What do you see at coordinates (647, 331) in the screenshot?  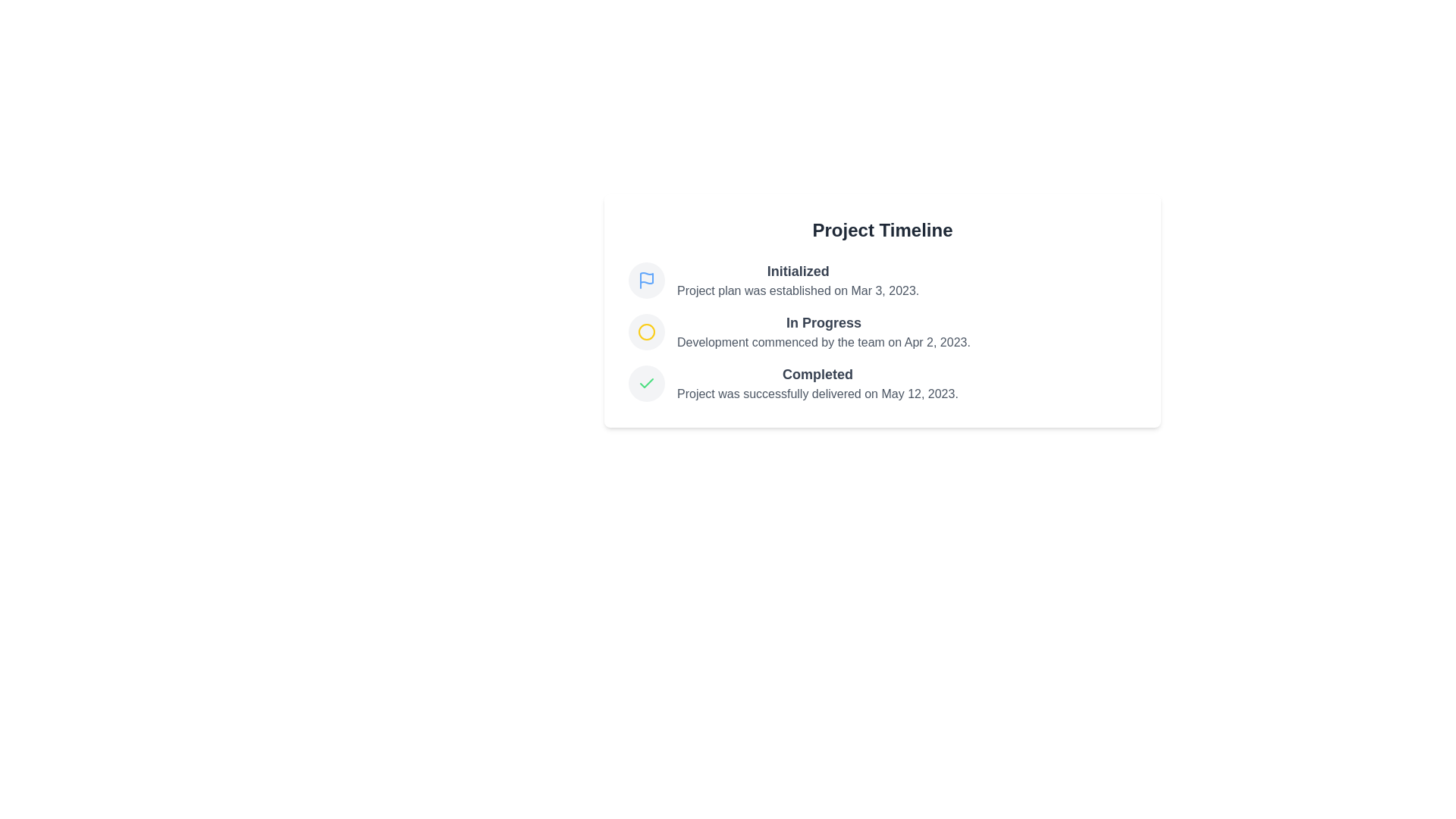 I see `the circular yellow-bordered progress icon located in the center-left area of the 'In Progress' section of the timeline` at bounding box center [647, 331].